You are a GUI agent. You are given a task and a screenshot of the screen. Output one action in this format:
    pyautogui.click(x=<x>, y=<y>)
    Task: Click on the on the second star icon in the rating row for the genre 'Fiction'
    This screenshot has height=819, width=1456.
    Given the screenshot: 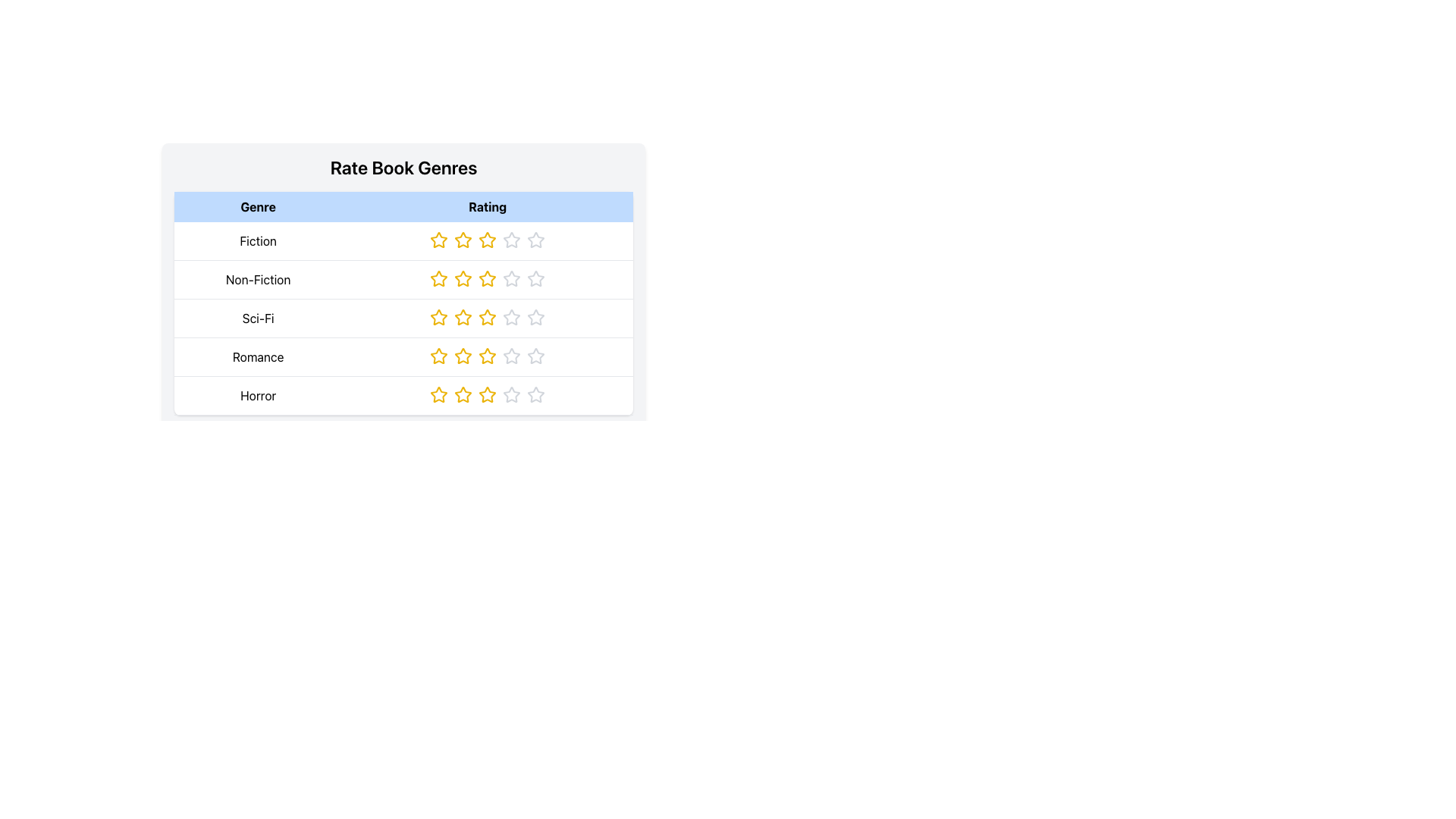 What is the action you would take?
    pyautogui.click(x=438, y=239)
    